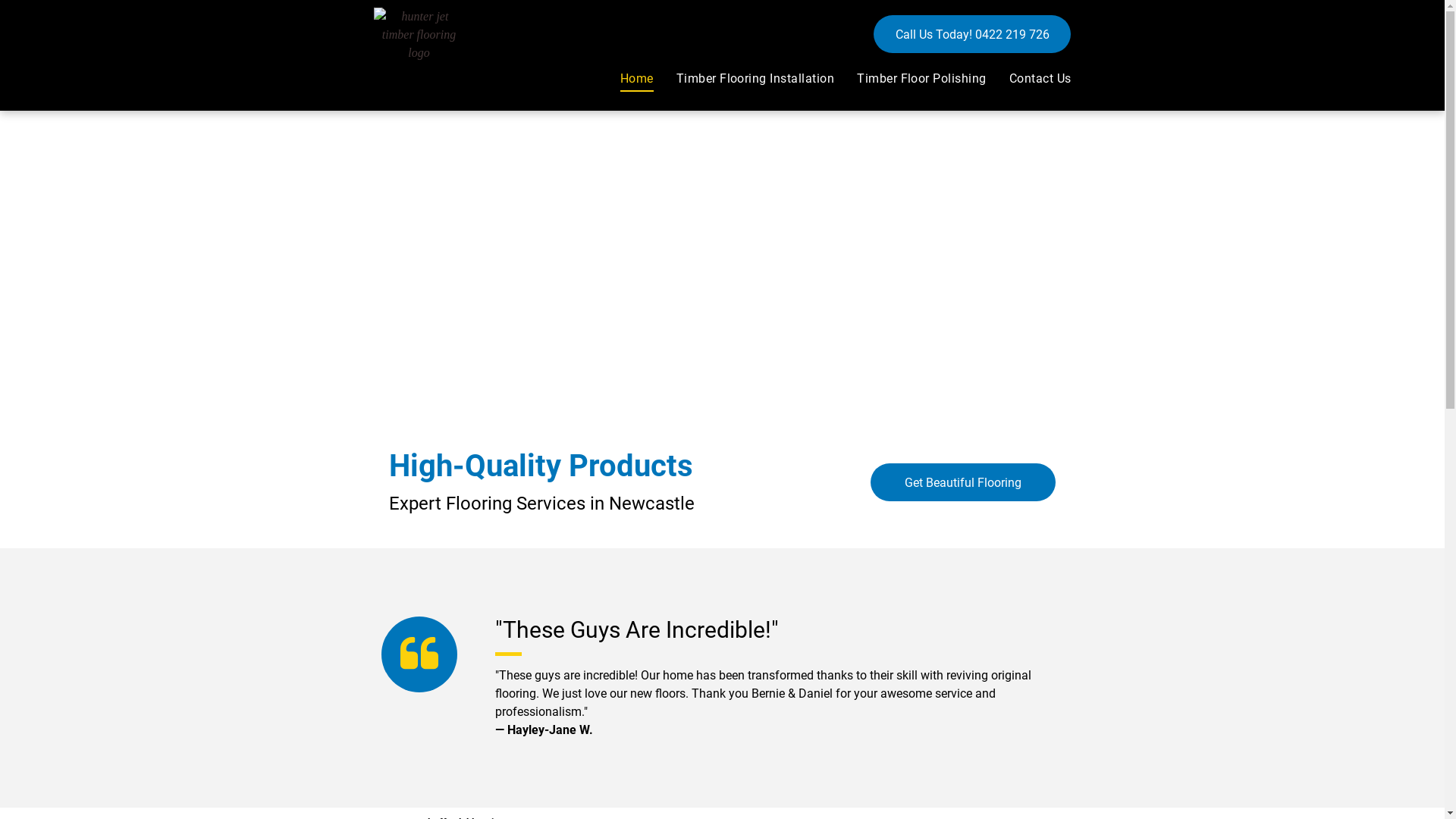 The width and height of the screenshot is (1456, 819). What do you see at coordinates (962, 482) in the screenshot?
I see `'Get Beautiful Flooring'` at bounding box center [962, 482].